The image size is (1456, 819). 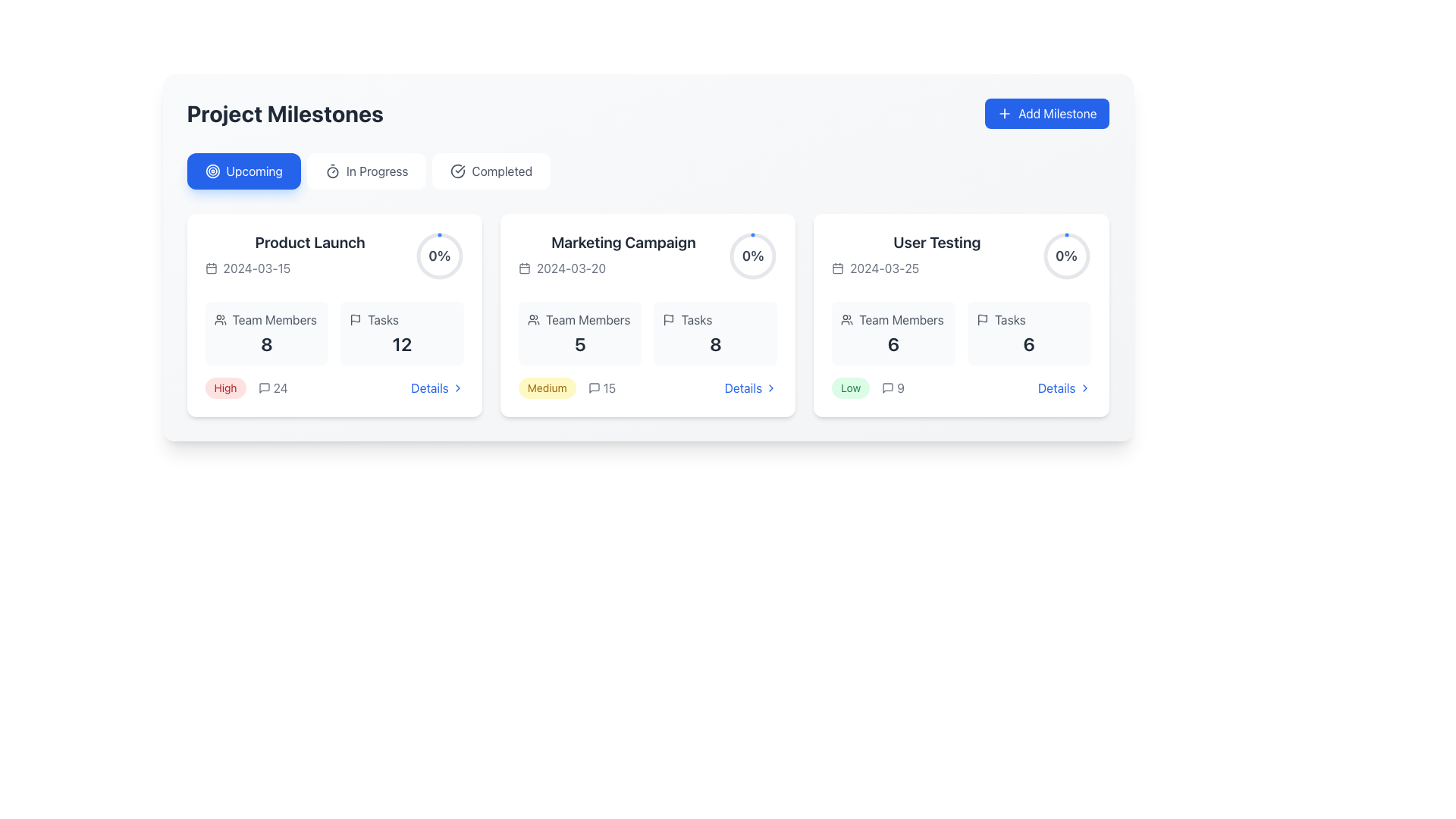 What do you see at coordinates (309, 268) in the screenshot?
I see `the date label associated with the 'Product Launch' milestone, which is located below the 'Product Launch' title and to the left of the circular percentage indicator` at bounding box center [309, 268].